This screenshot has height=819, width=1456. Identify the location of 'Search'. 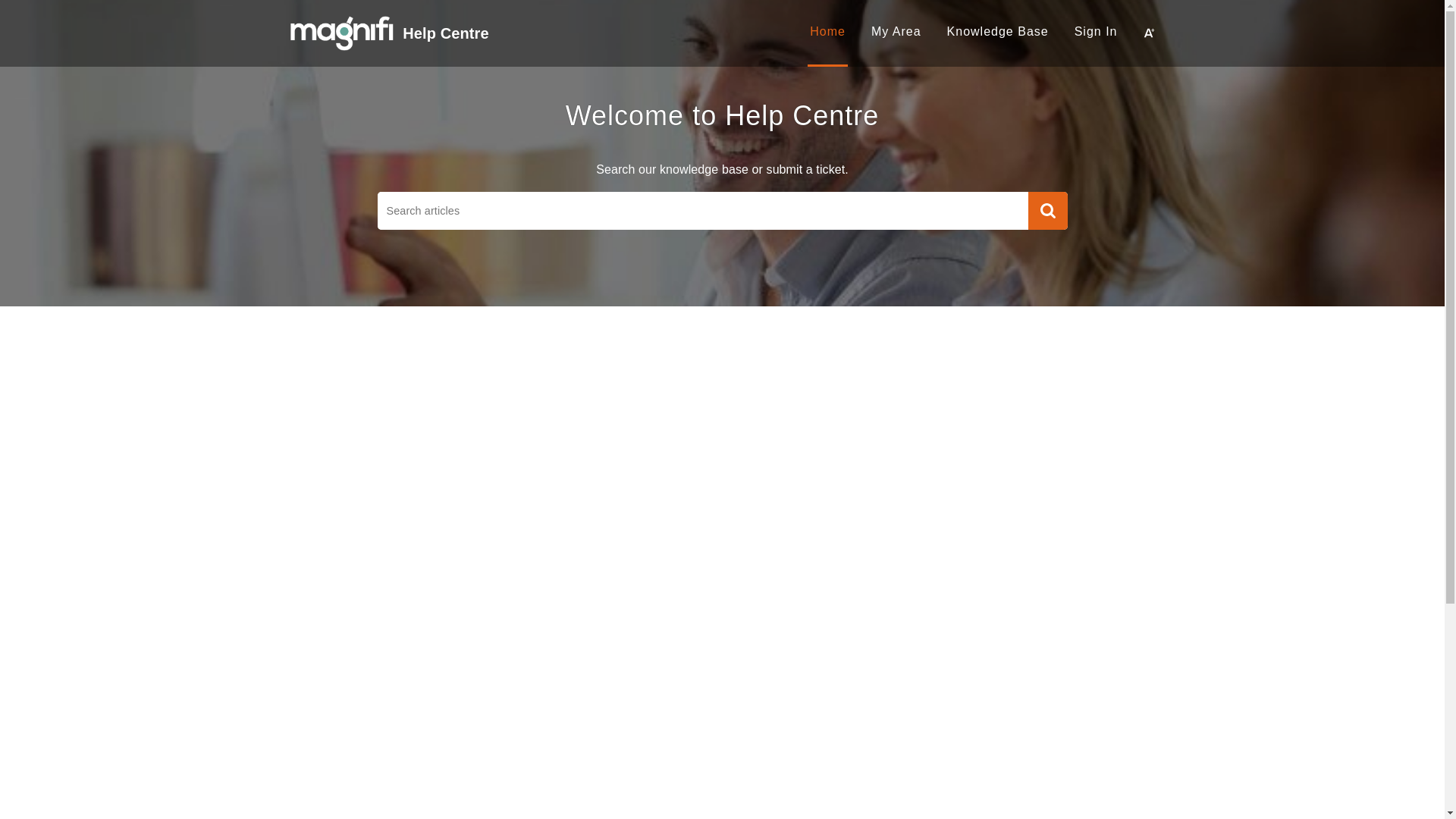
(1047, 210).